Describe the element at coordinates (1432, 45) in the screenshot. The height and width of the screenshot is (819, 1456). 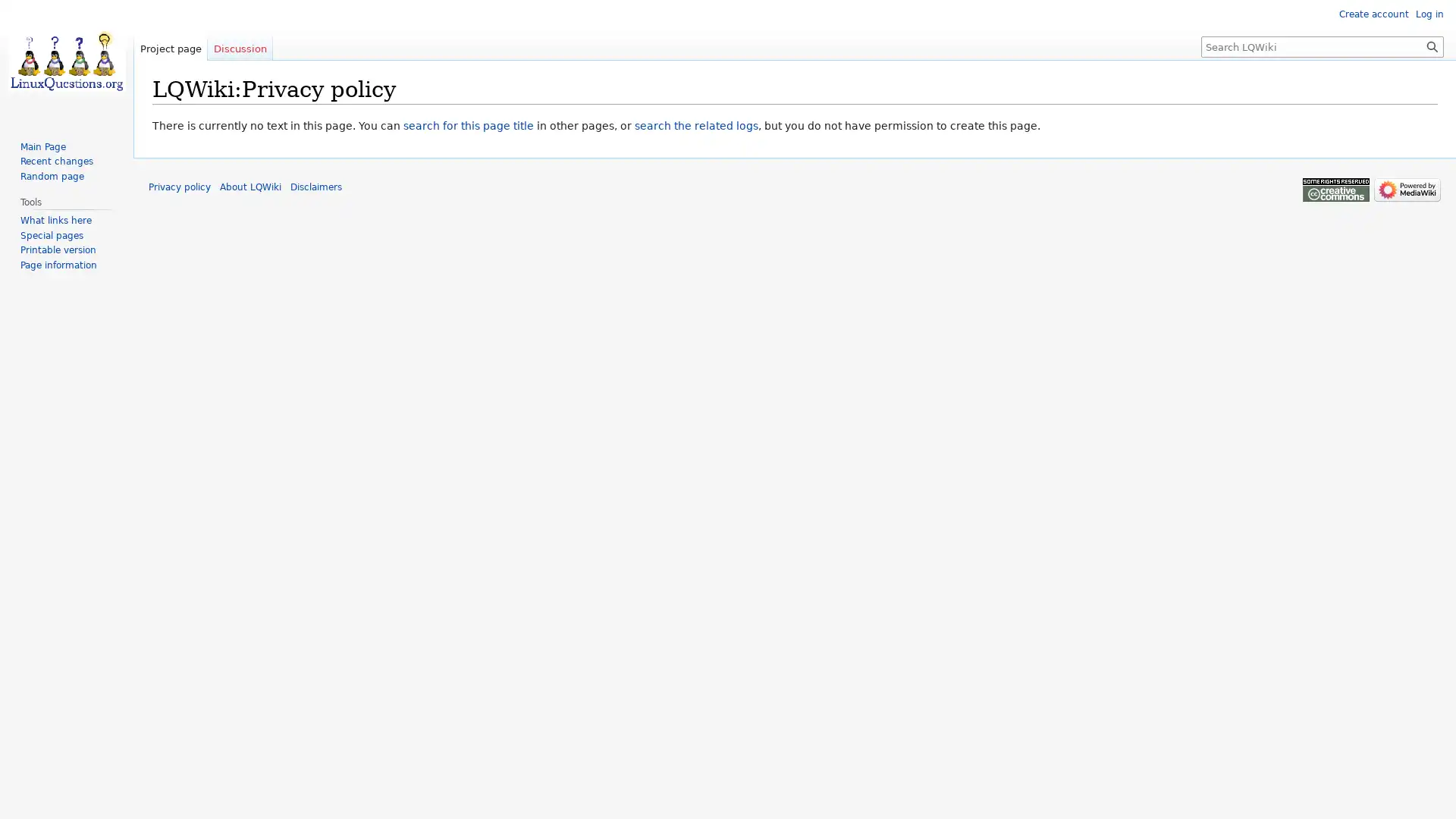
I see `Search` at that location.